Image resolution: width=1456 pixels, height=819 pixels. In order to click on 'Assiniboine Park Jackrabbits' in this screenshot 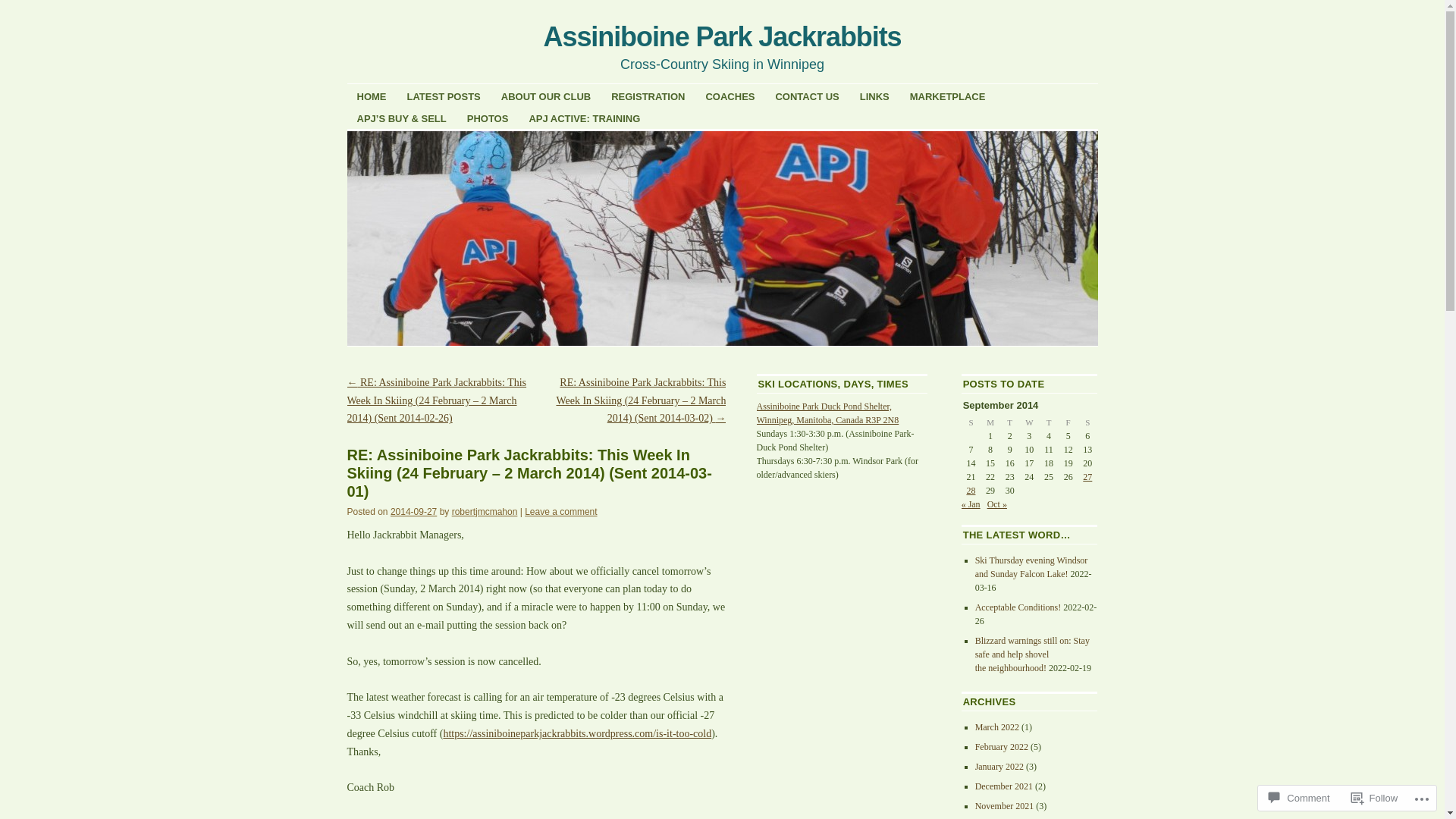, I will do `click(722, 36)`.